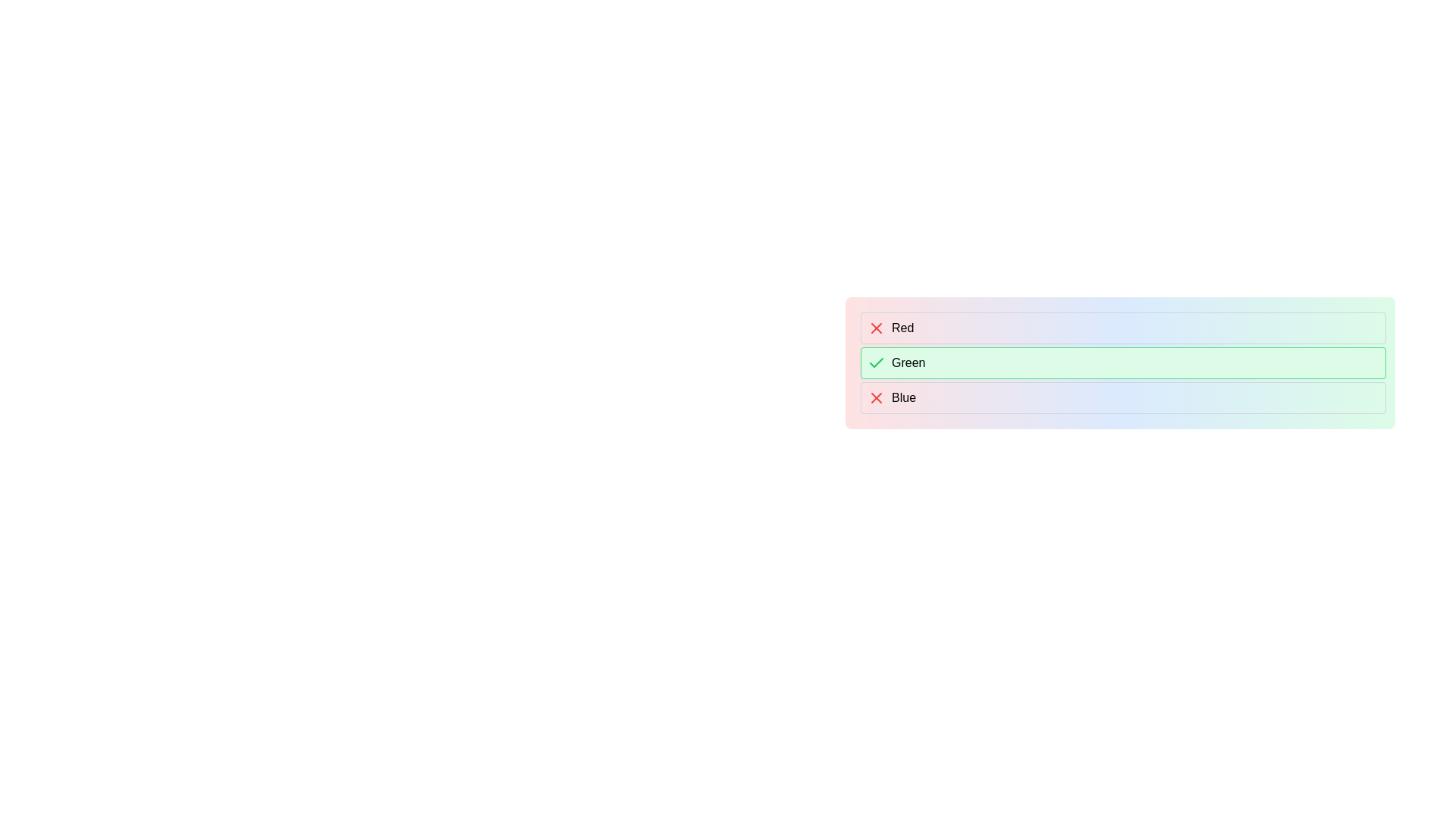 This screenshot has width=1456, height=819. What do you see at coordinates (877, 362) in the screenshot?
I see `the confirmation icon associated with the 'Green' label, which is centrally located within the green-colored background box and aligned to the left side of the box` at bounding box center [877, 362].